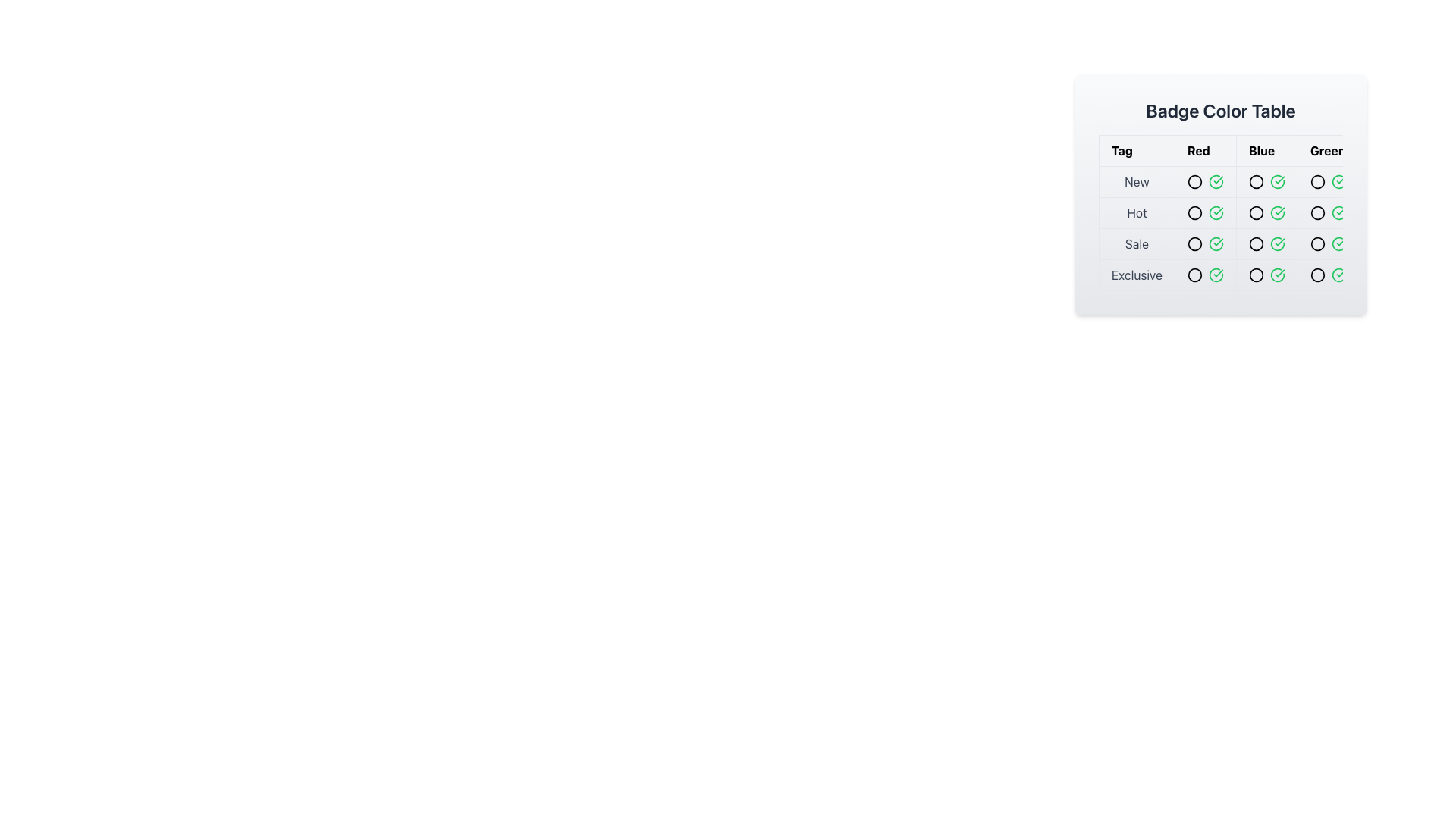 Image resolution: width=1456 pixels, height=819 pixels. I want to click on the circular icon with a thin black border and white fill located in the 'Green' column under the 'Badge Color Table', aligned with the 'Sale' row for interaction, so click(1316, 243).